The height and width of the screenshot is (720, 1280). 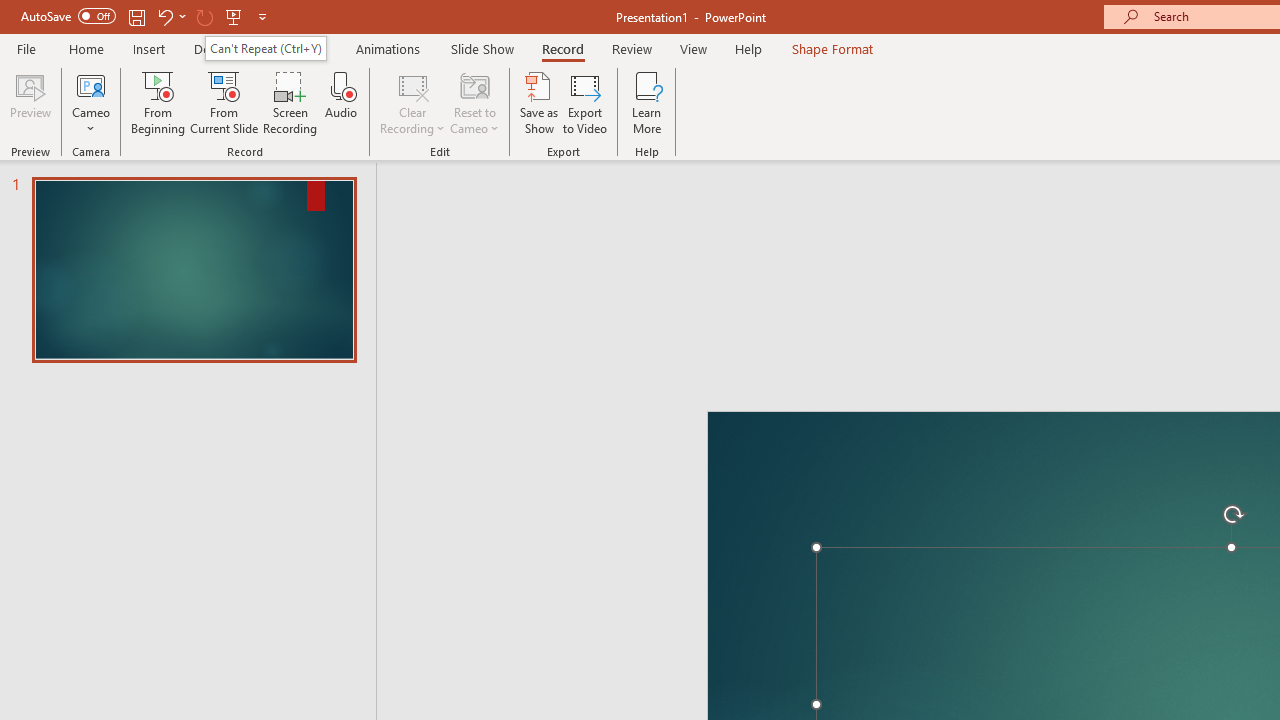 I want to click on 'From Current Slide...', so click(x=224, y=103).